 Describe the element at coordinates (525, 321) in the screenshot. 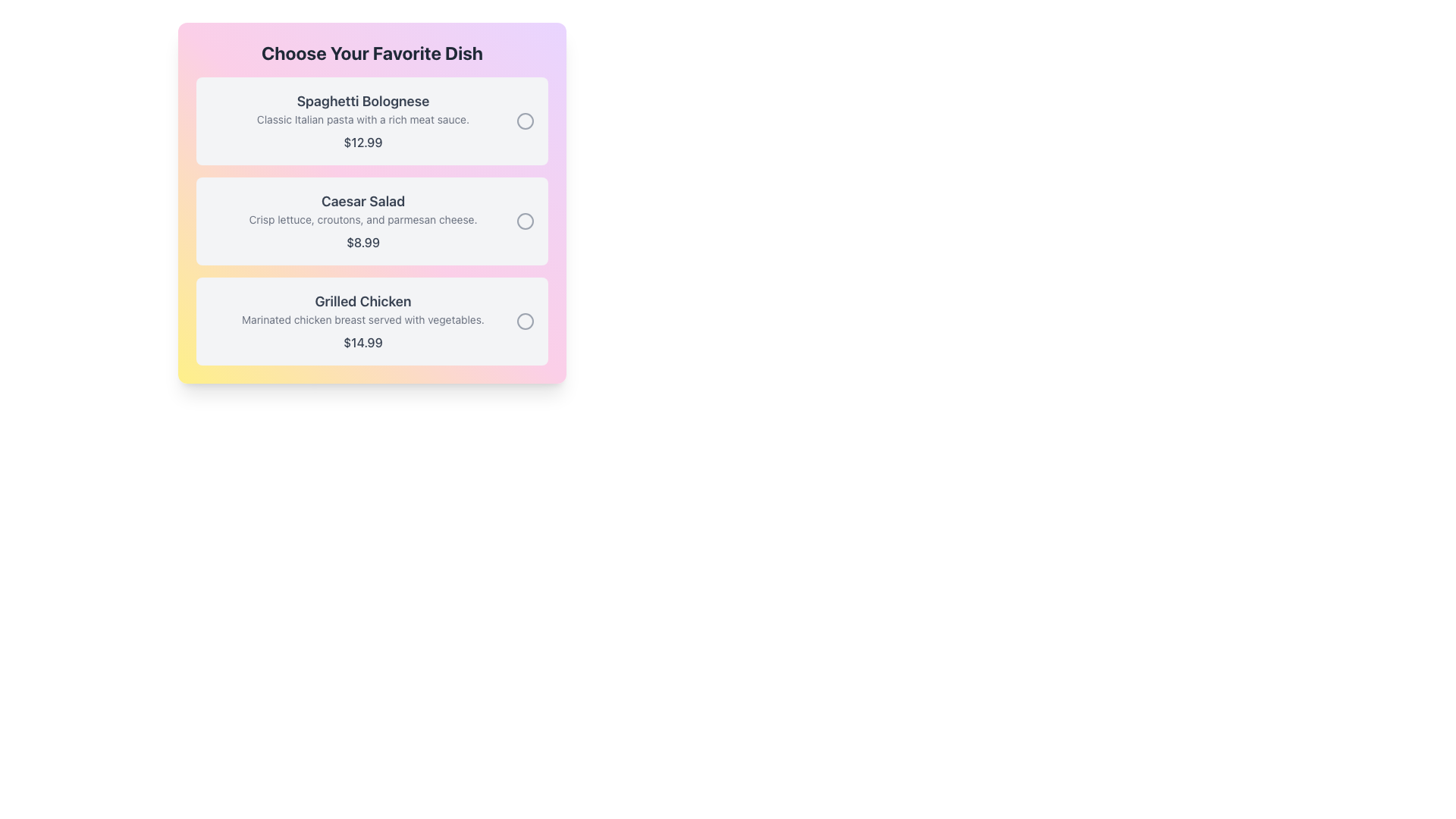

I see `the radio button for 'Grilled Chicken' to invoke the context menu` at that location.